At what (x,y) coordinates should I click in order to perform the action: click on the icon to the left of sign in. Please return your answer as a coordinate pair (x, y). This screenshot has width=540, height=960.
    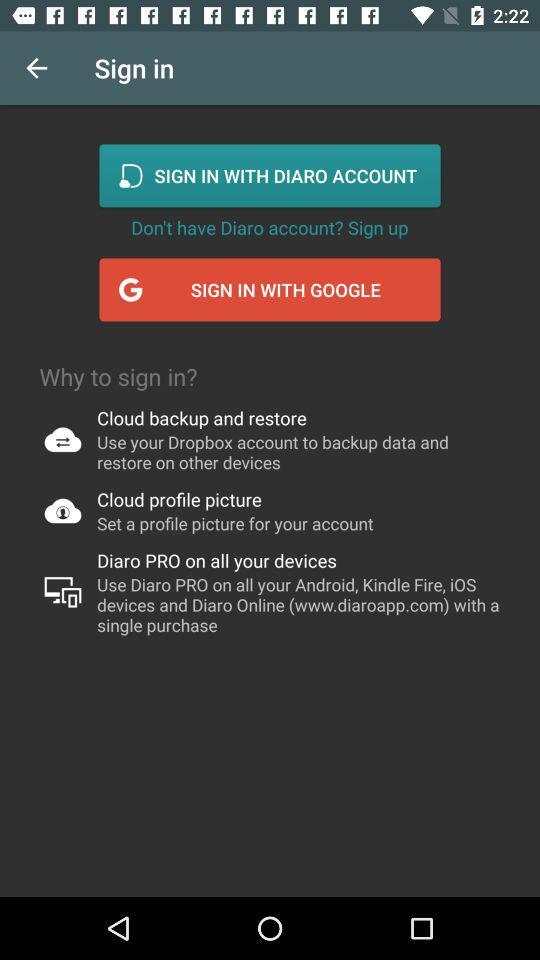
    Looking at the image, I should click on (36, 68).